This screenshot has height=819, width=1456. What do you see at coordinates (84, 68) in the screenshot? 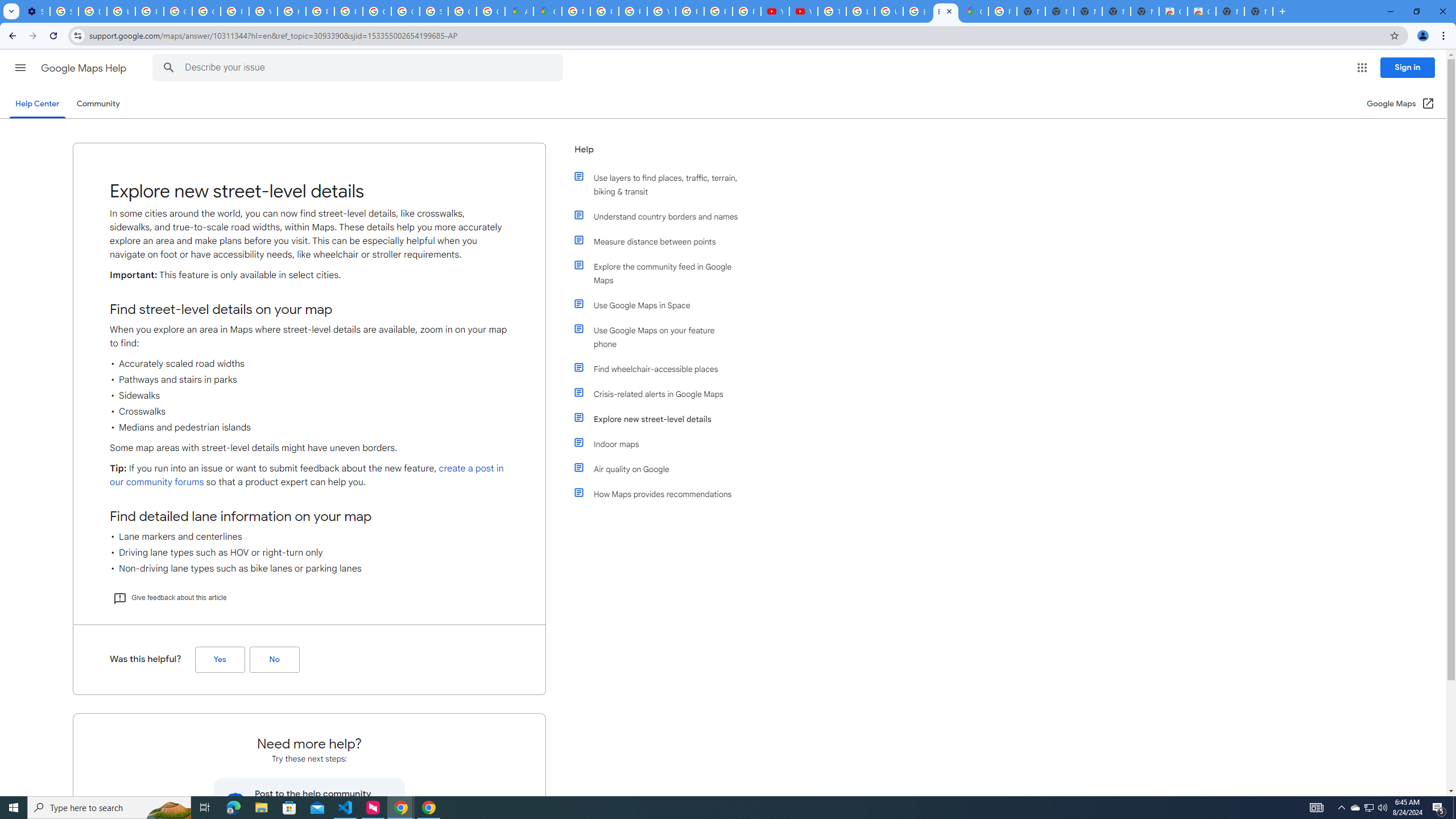
I see `'Google Maps Help'` at bounding box center [84, 68].